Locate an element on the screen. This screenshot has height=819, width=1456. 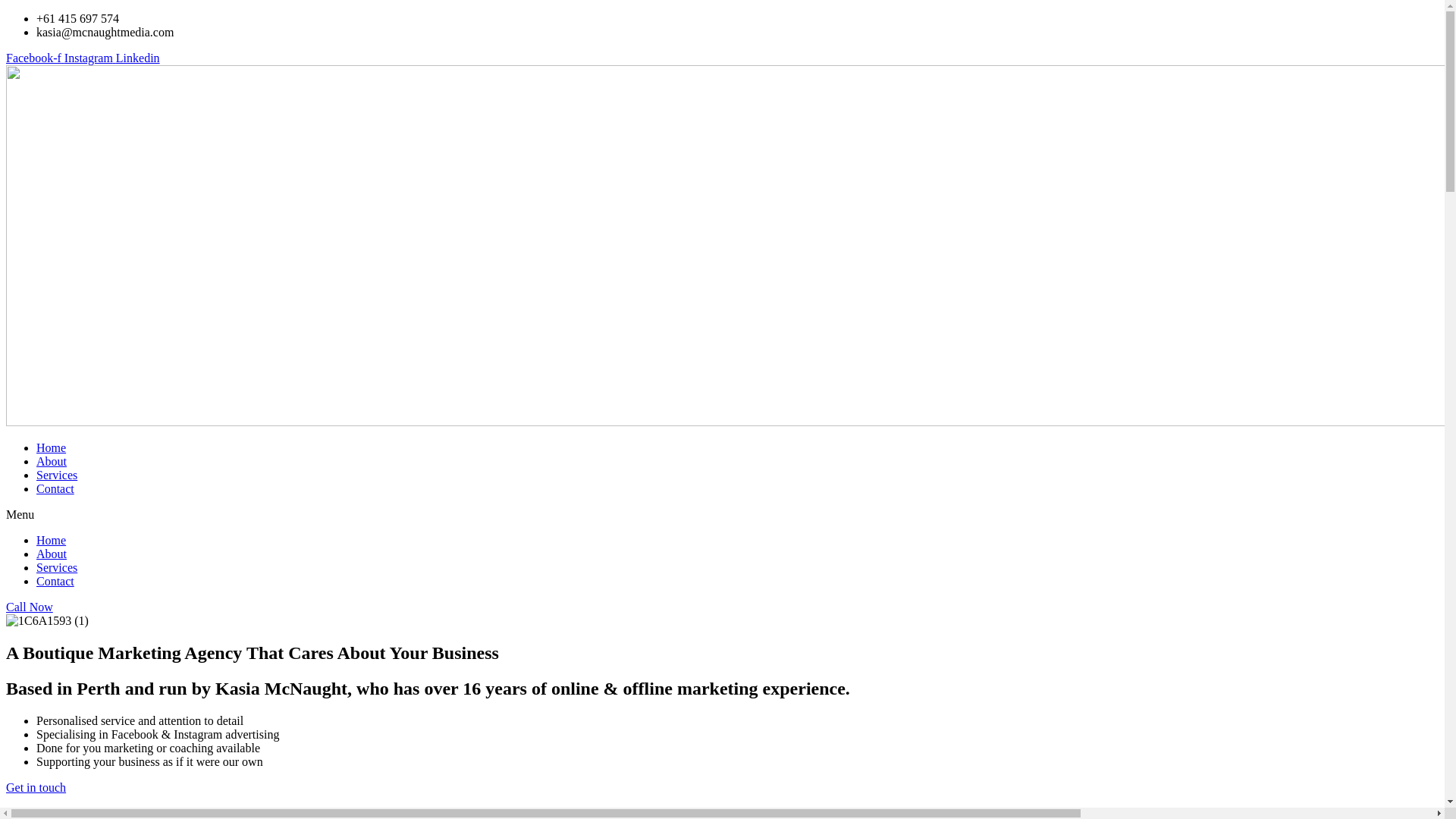
'Services' is located at coordinates (57, 474).